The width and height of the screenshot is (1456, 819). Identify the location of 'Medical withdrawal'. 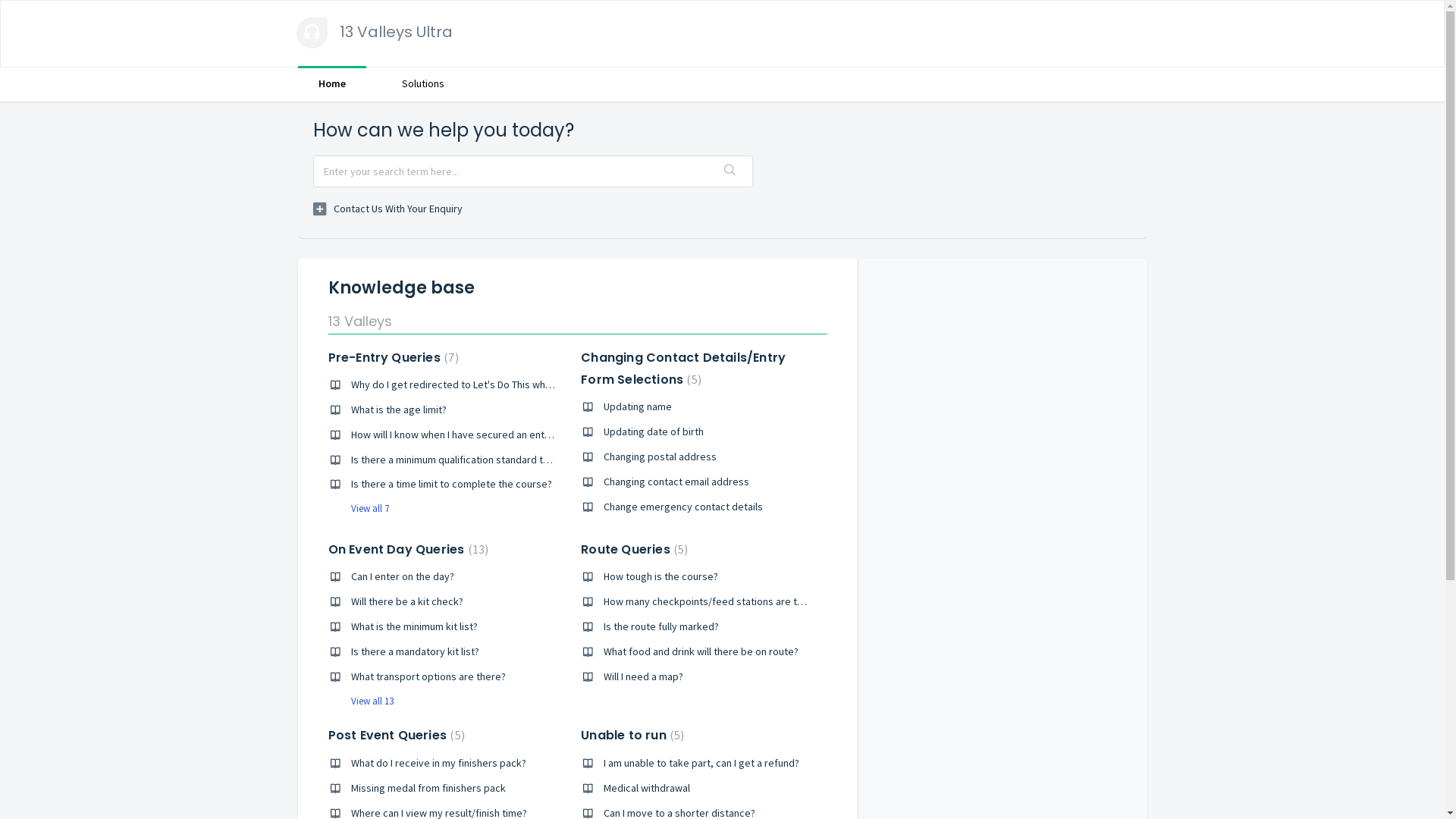
(647, 786).